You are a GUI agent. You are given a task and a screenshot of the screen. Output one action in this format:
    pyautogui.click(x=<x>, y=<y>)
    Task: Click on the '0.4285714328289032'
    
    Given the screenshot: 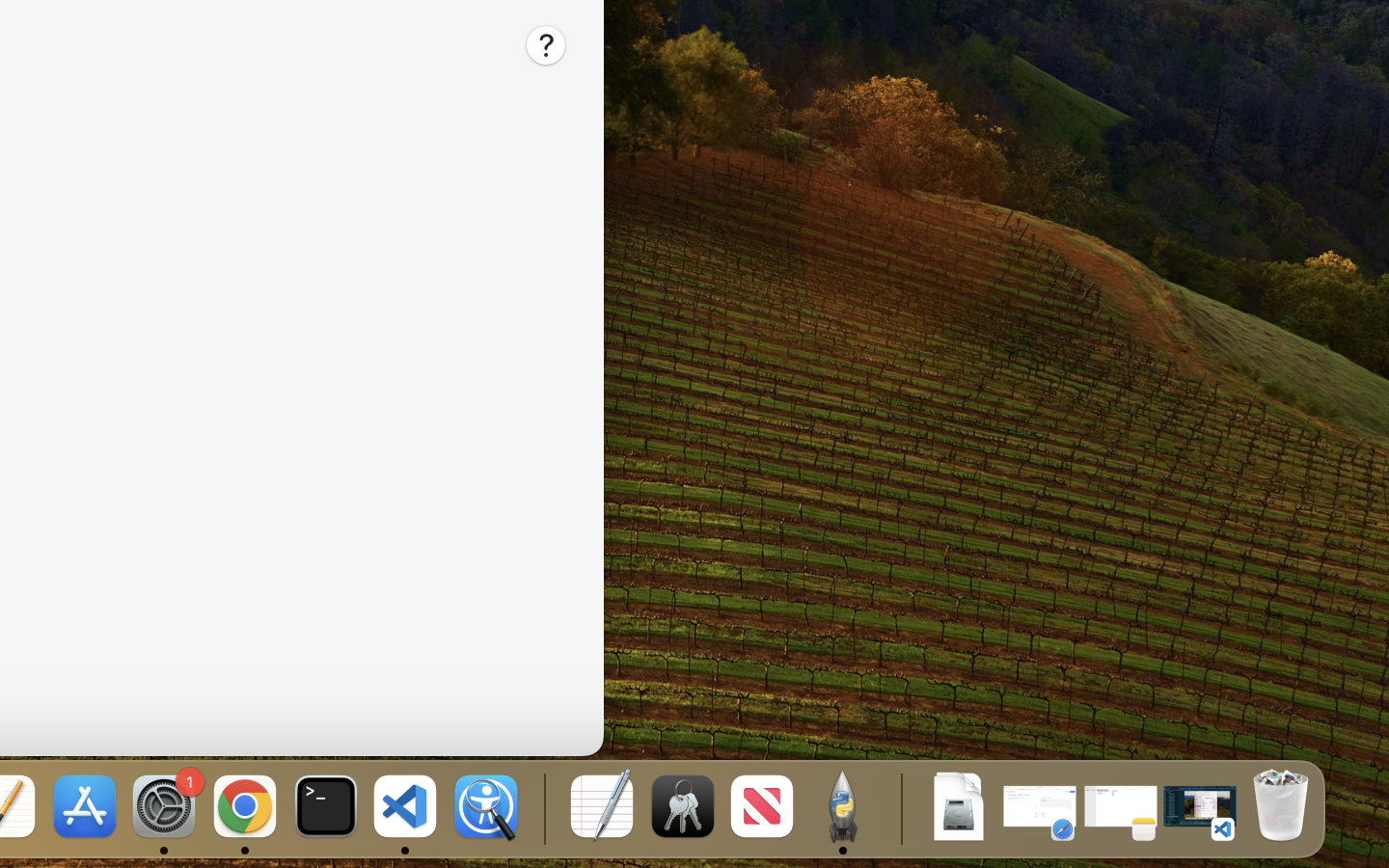 What is the action you would take?
    pyautogui.click(x=542, y=807)
    